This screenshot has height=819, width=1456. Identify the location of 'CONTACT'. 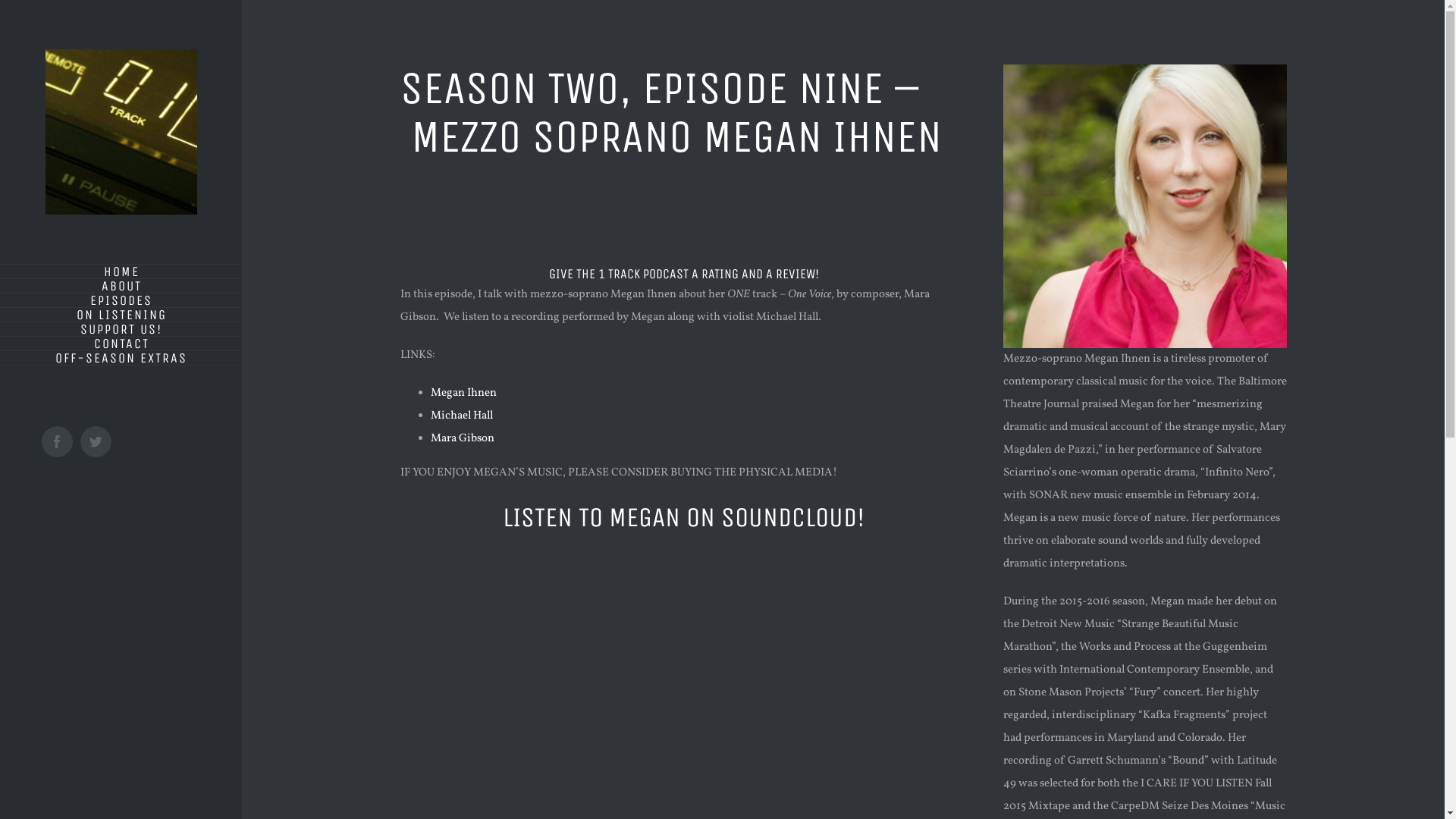
(120, 344).